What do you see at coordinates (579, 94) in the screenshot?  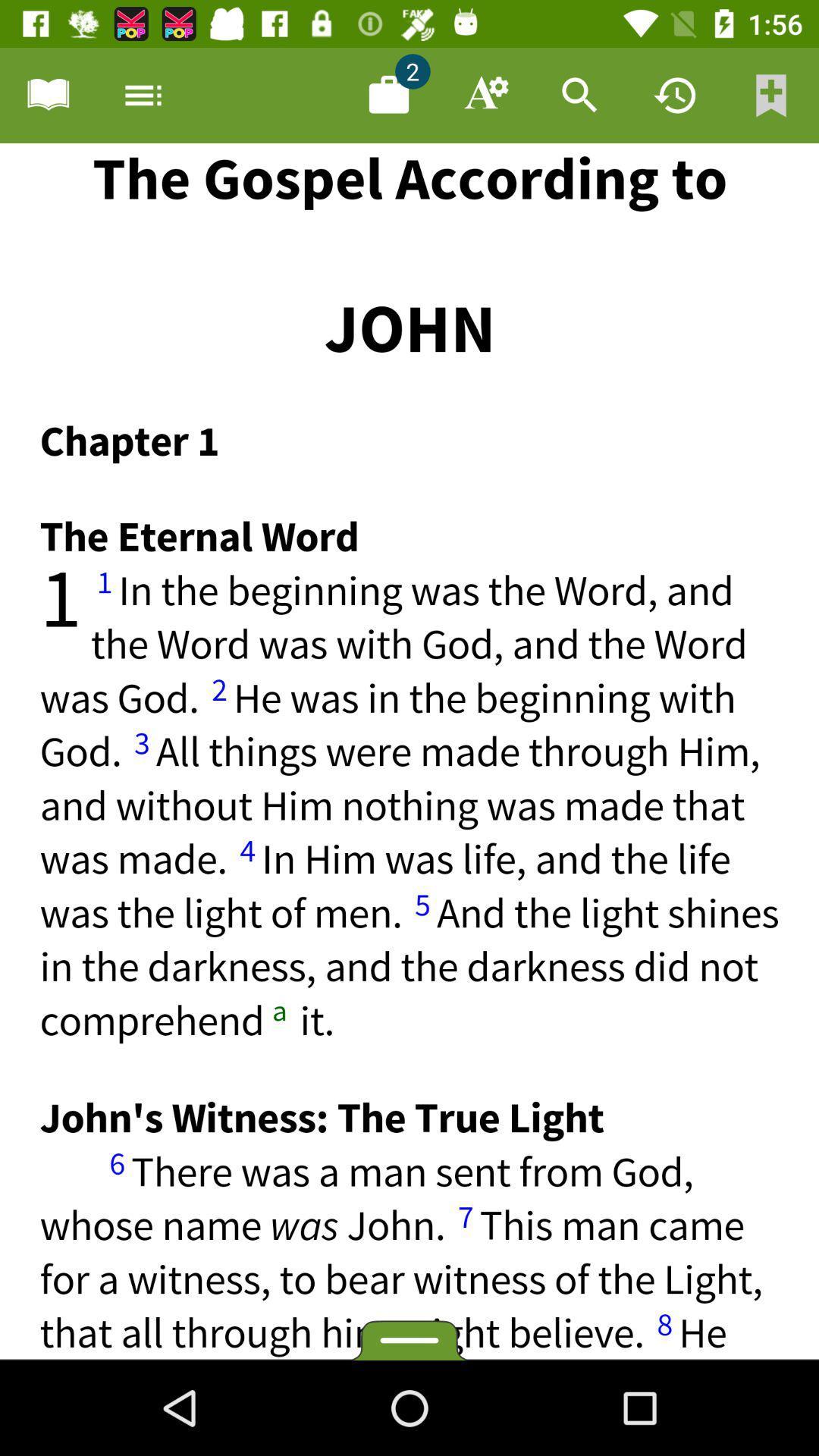 I see `search button` at bounding box center [579, 94].